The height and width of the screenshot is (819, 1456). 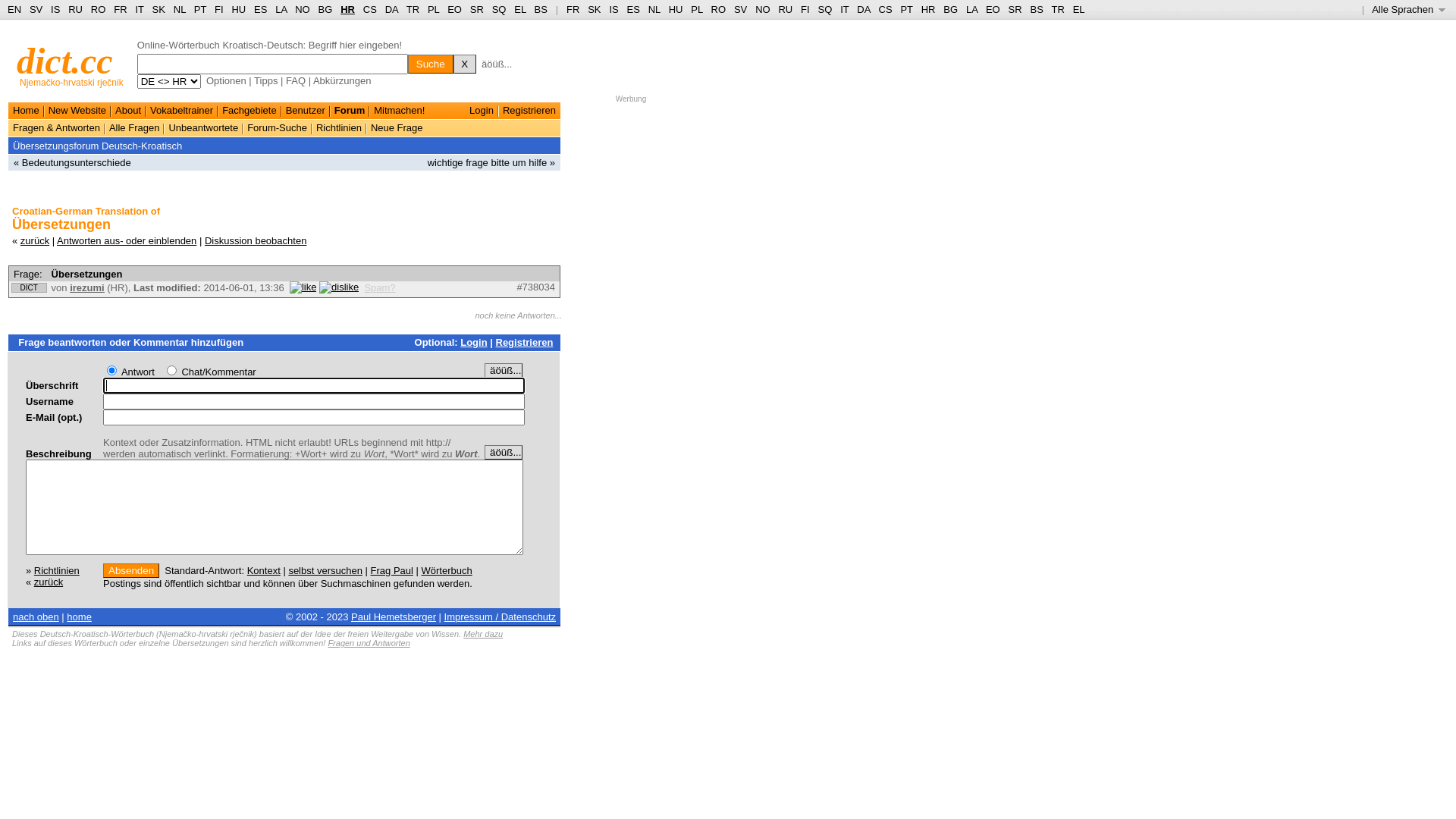 What do you see at coordinates (399, 109) in the screenshot?
I see `'Mitmachen!'` at bounding box center [399, 109].